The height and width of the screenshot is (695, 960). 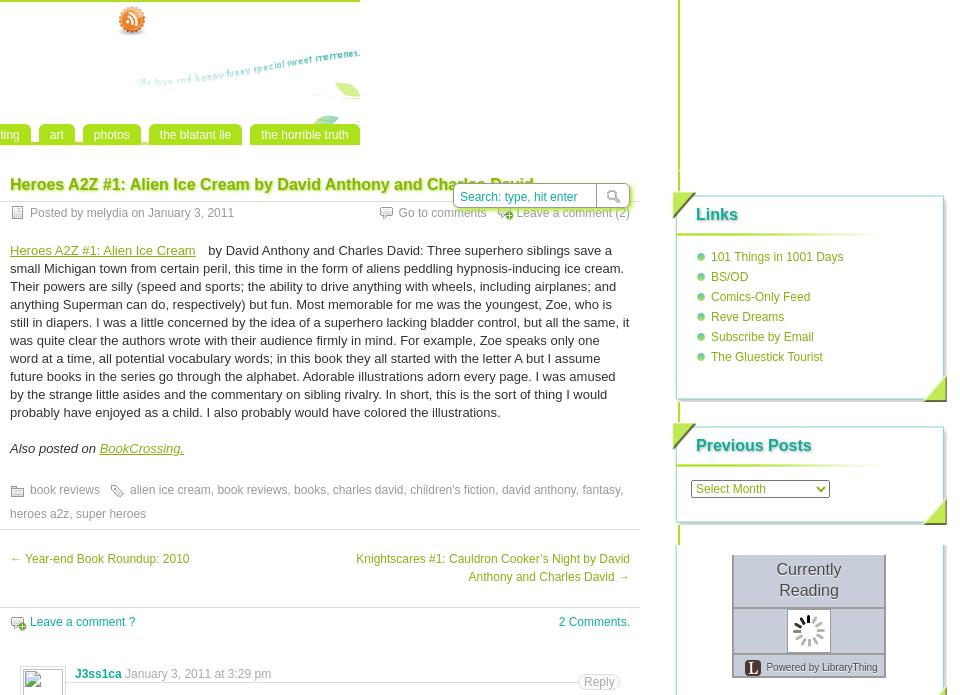 What do you see at coordinates (28, 212) in the screenshot?
I see `'Posted by melydia on January 3, 2011'` at bounding box center [28, 212].